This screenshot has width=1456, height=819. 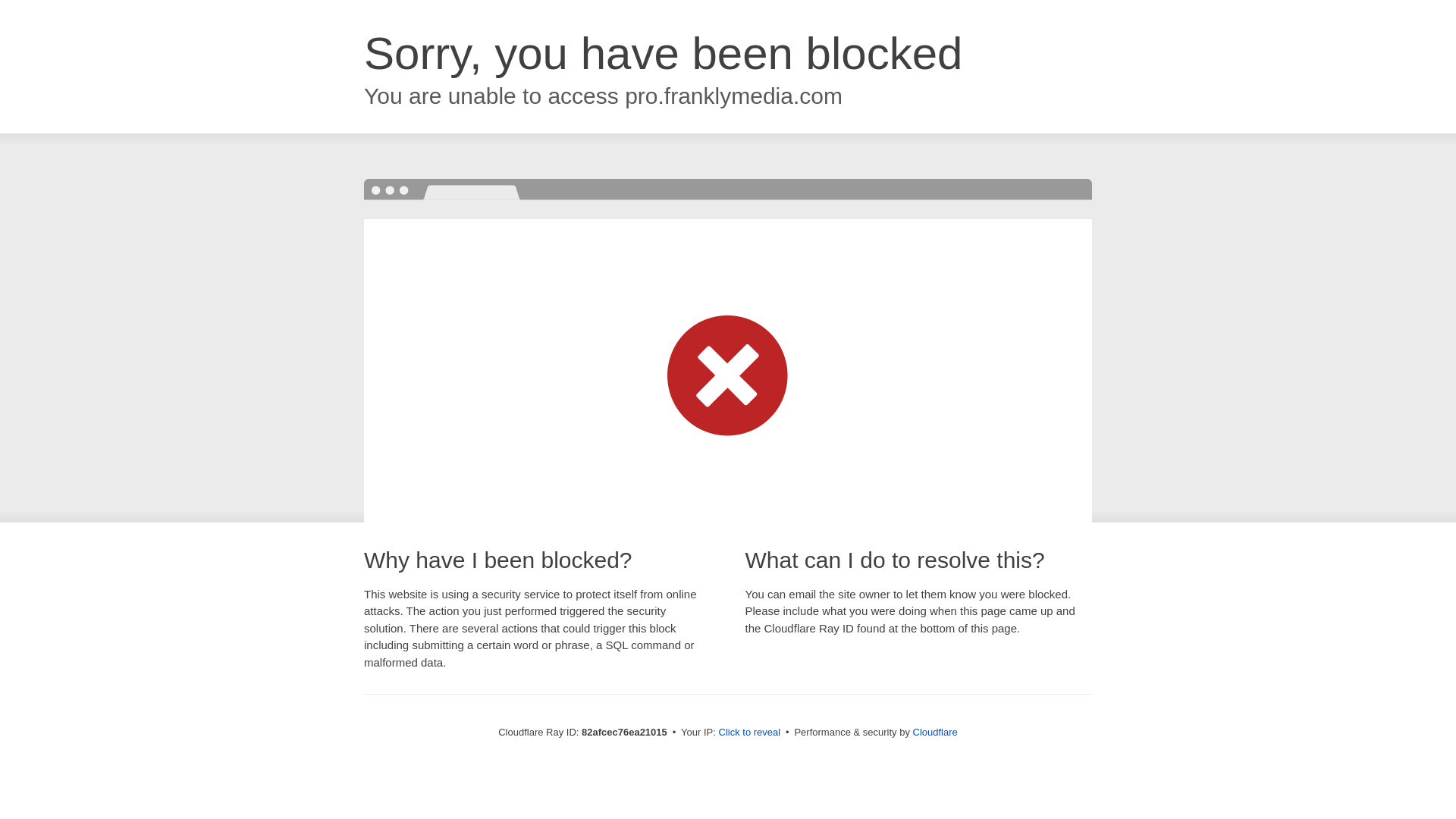 I want to click on 'Click to reveal', so click(x=749, y=731).